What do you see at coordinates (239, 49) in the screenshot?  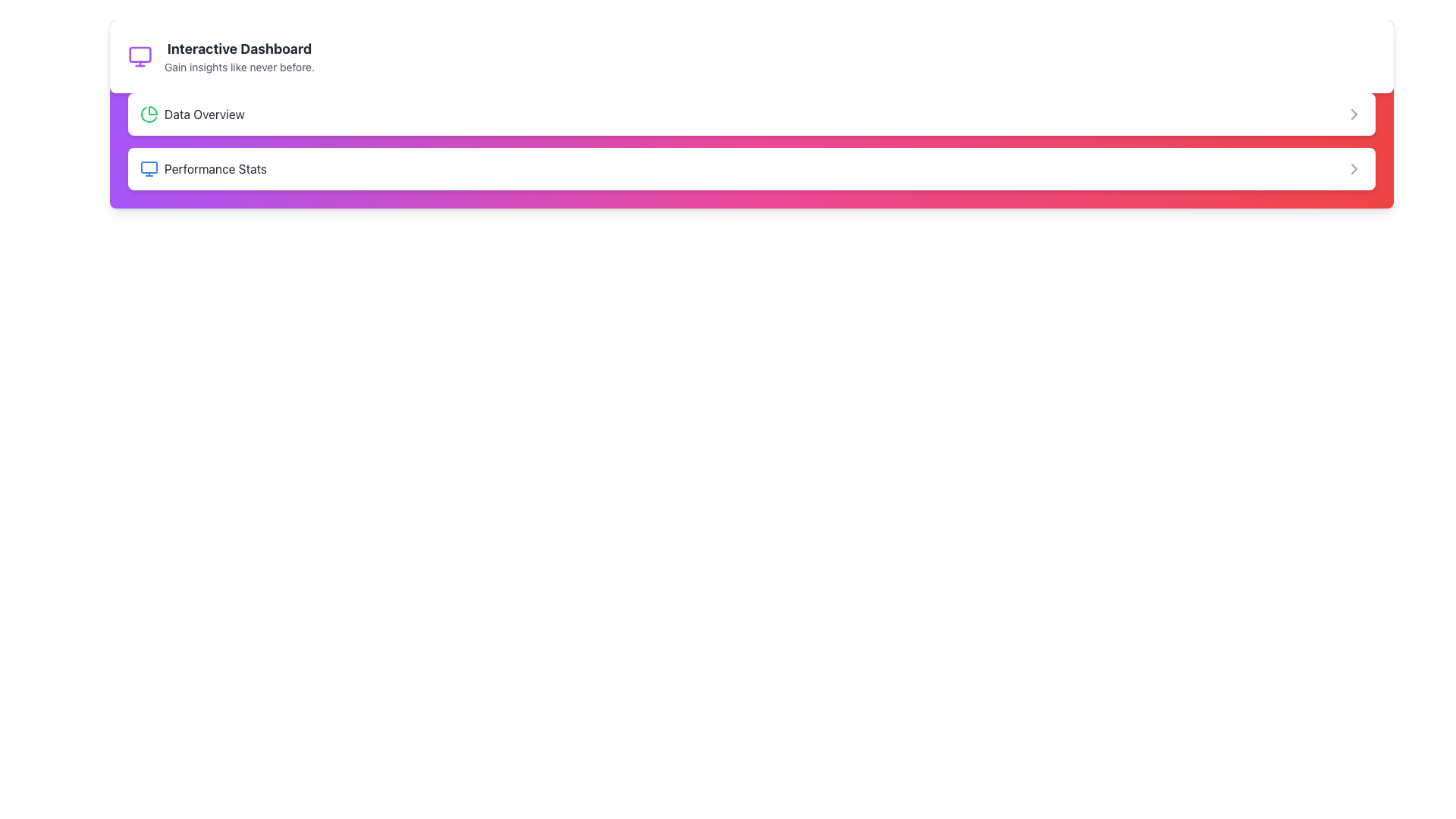 I see `the 'Interactive Dashboard' Text Display element` at bounding box center [239, 49].